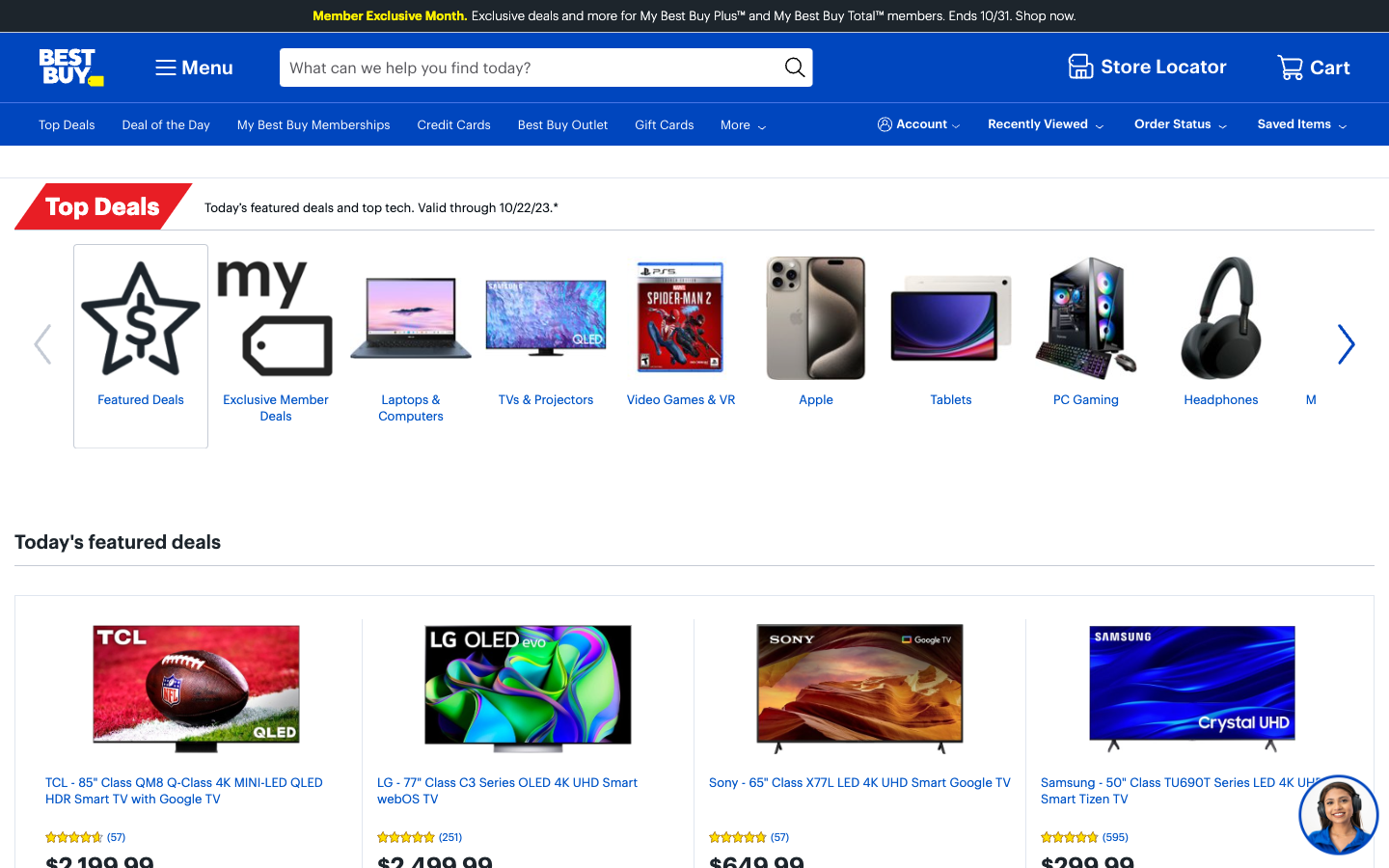 The image size is (1389, 868). I want to click on the first option in the Today’s featured deals section, so click(196, 688).